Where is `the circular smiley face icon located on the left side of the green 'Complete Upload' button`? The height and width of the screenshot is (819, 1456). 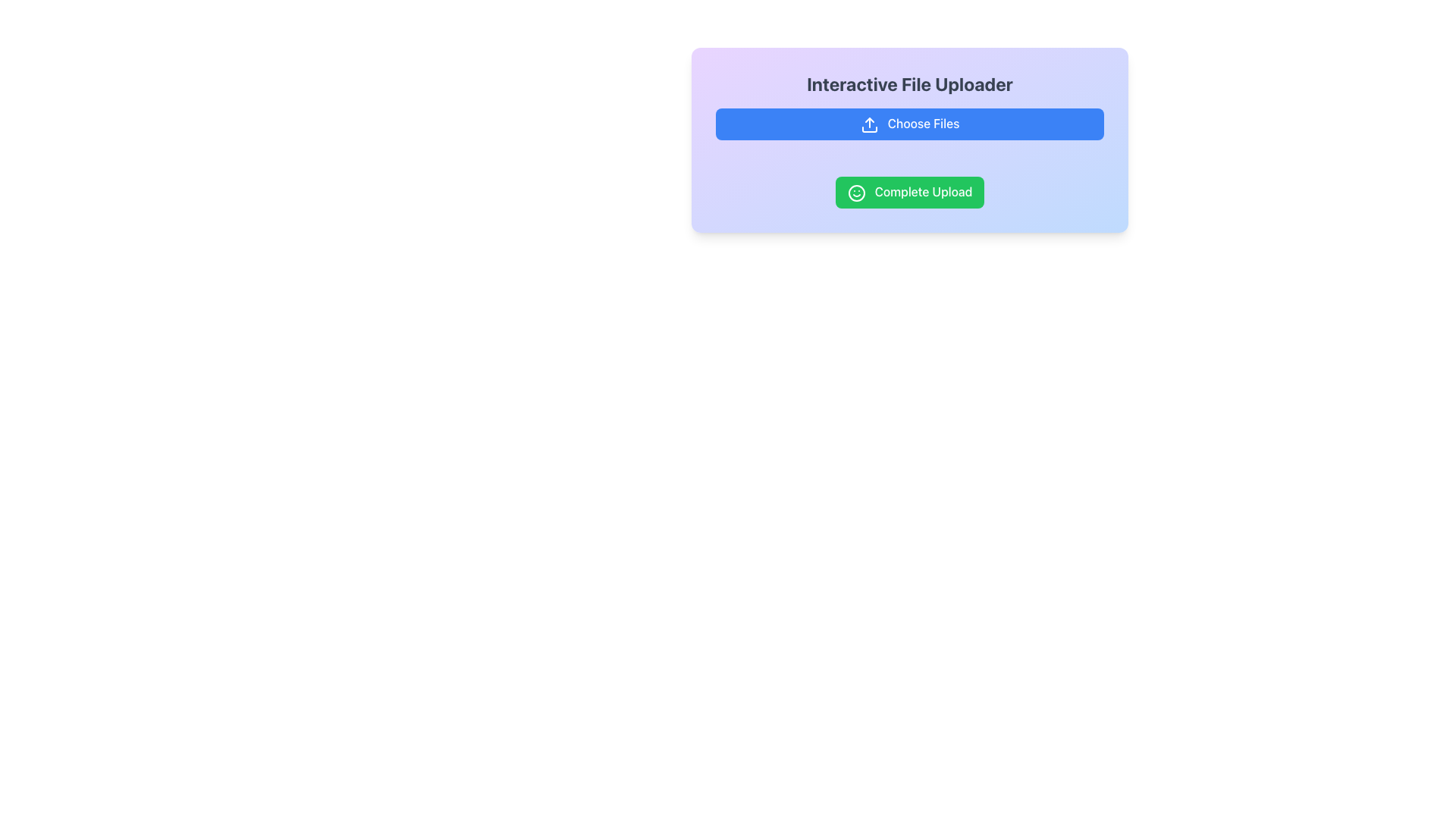
the circular smiley face icon located on the left side of the green 'Complete Upload' button is located at coordinates (856, 192).